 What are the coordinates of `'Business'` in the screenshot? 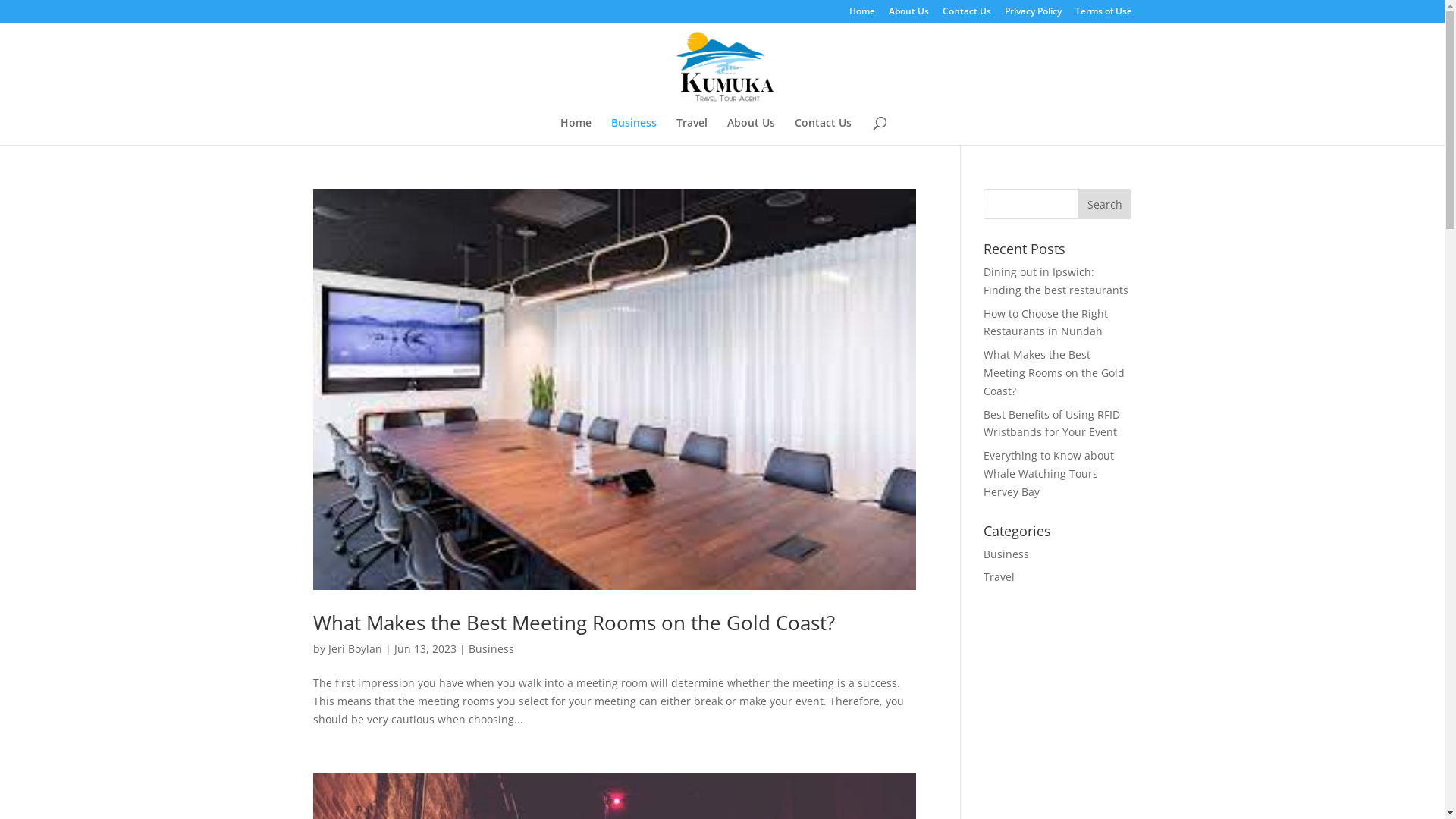 It's located at (633, 130).